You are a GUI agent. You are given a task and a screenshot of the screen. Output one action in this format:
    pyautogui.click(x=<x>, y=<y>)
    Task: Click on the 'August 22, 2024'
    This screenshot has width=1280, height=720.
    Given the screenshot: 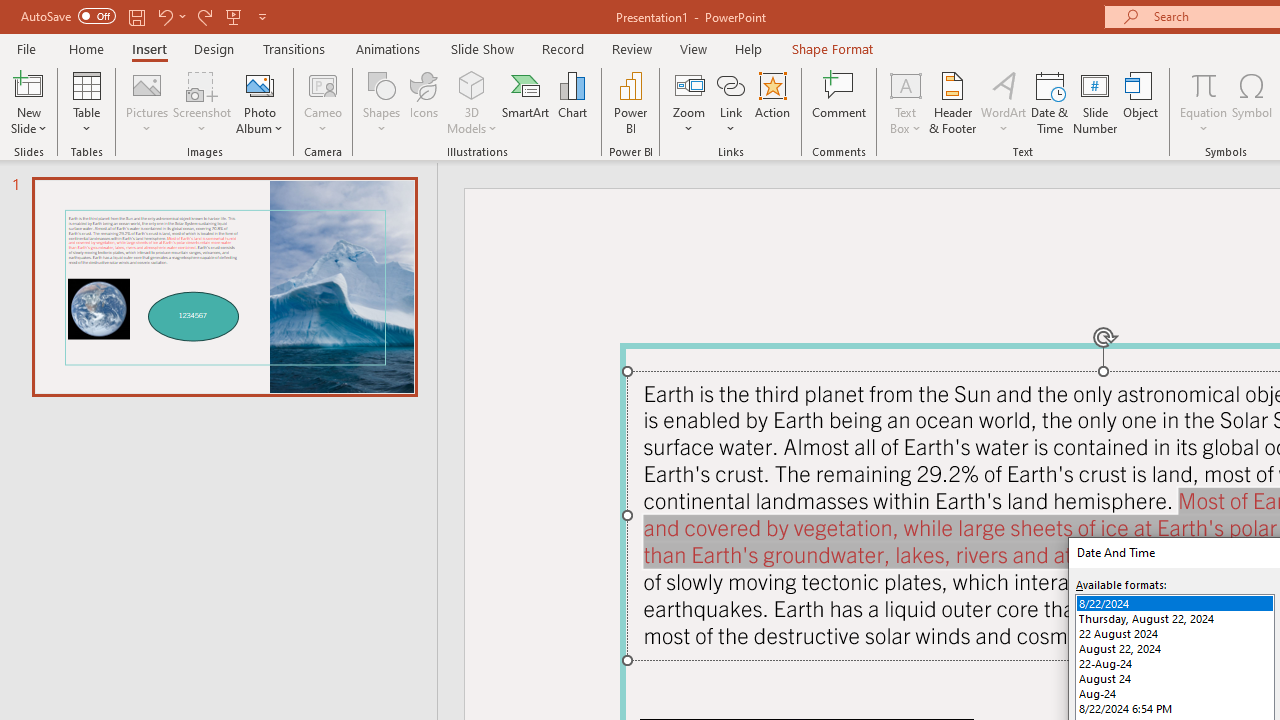 What is the action you would take?
    pyautogui.click(x=1175, y=648)
    